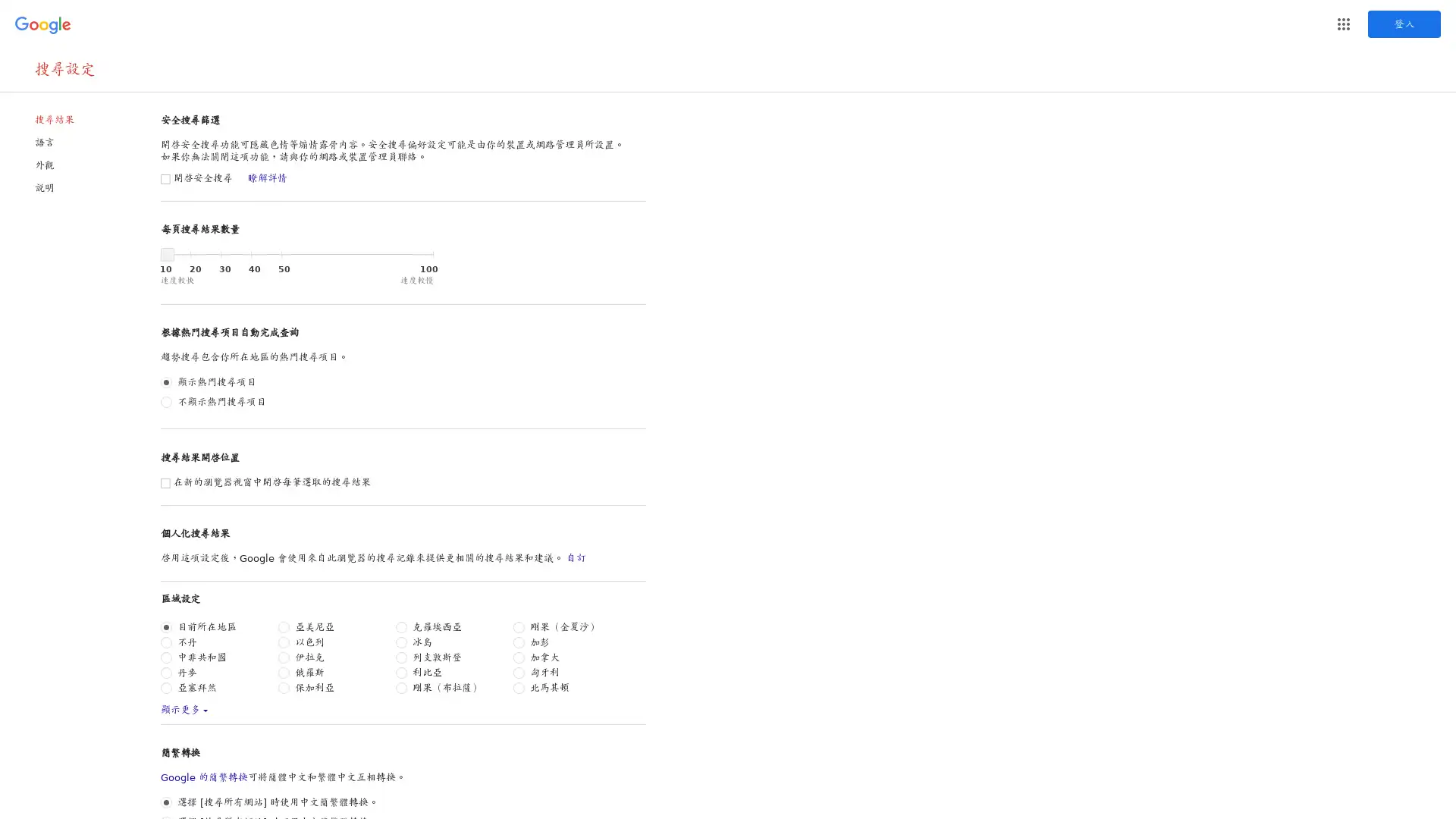 Image resolution: width=1456 pixels, height=819 pixels. What do you see at coordinates (1343, 24) in the screenshot?
I see `Google` at bounding box center [1343, 24].